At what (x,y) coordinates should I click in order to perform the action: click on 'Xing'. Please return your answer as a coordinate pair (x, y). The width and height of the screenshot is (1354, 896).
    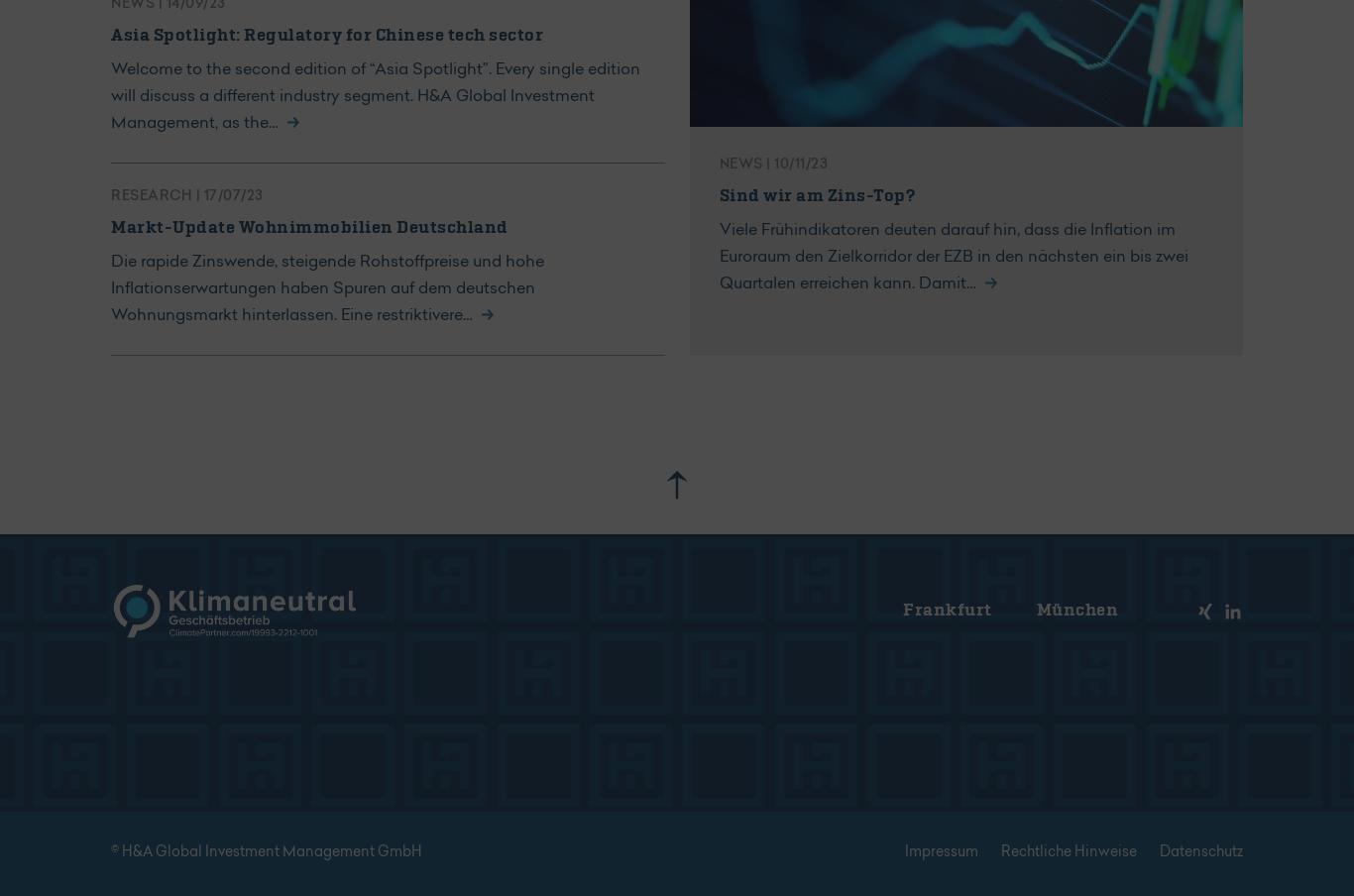
    Looking at the image, I should click on (1232, 609).